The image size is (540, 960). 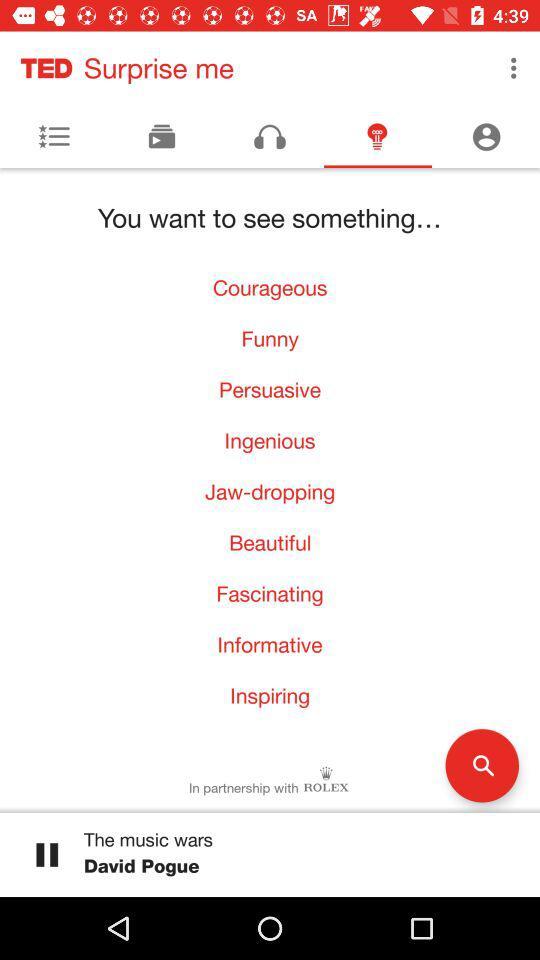 I want to click on icon above jaw-dropping icon, so click(x=270, y=440).